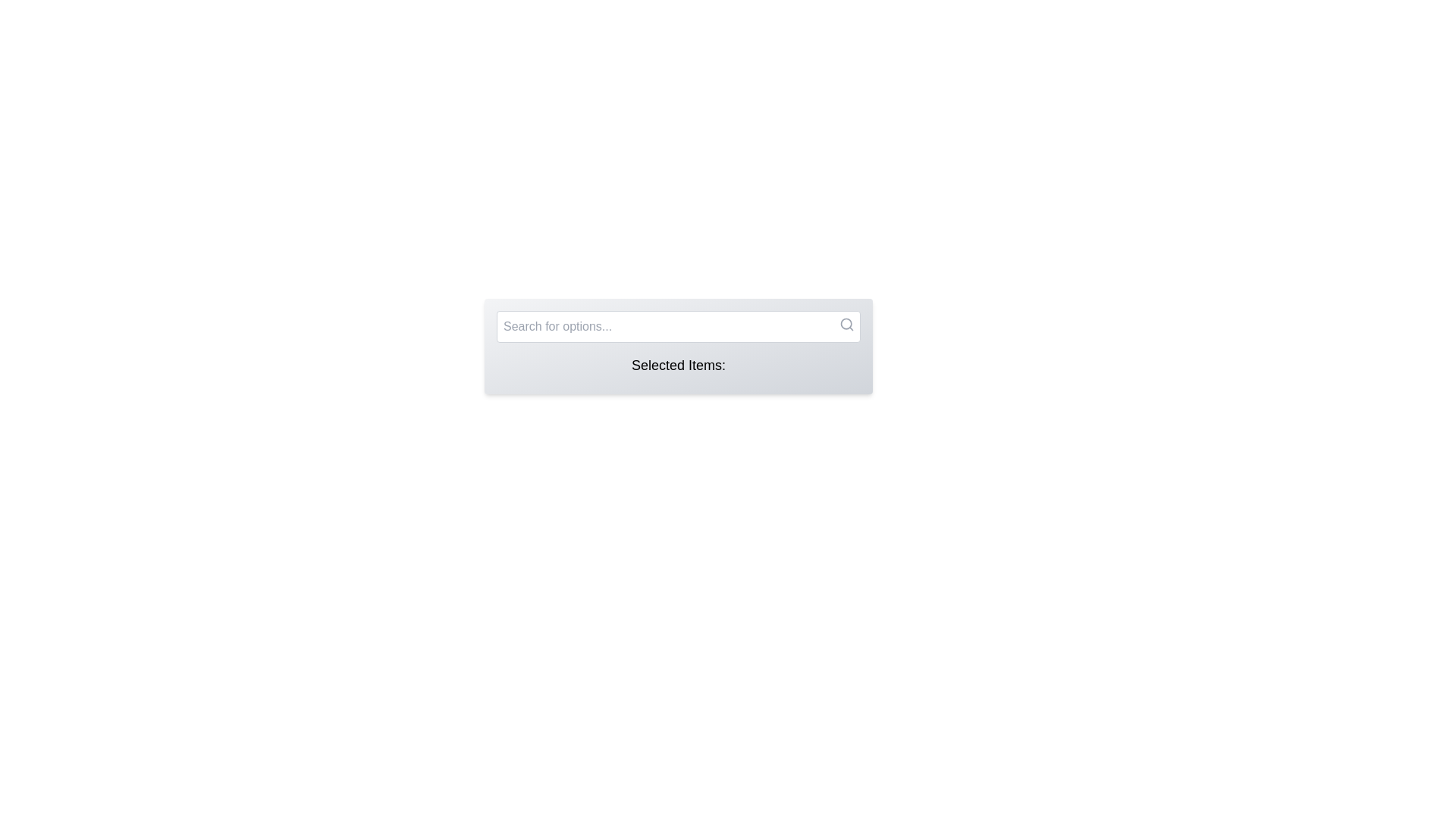 This screenshot has width=1456, height=819. What do you see at coordinates (677, 369) in the screenshot?
I see `the Text Label located directly beneath the search bar, which indicates the purpose of the section below it` at bounding box center [677, 369].